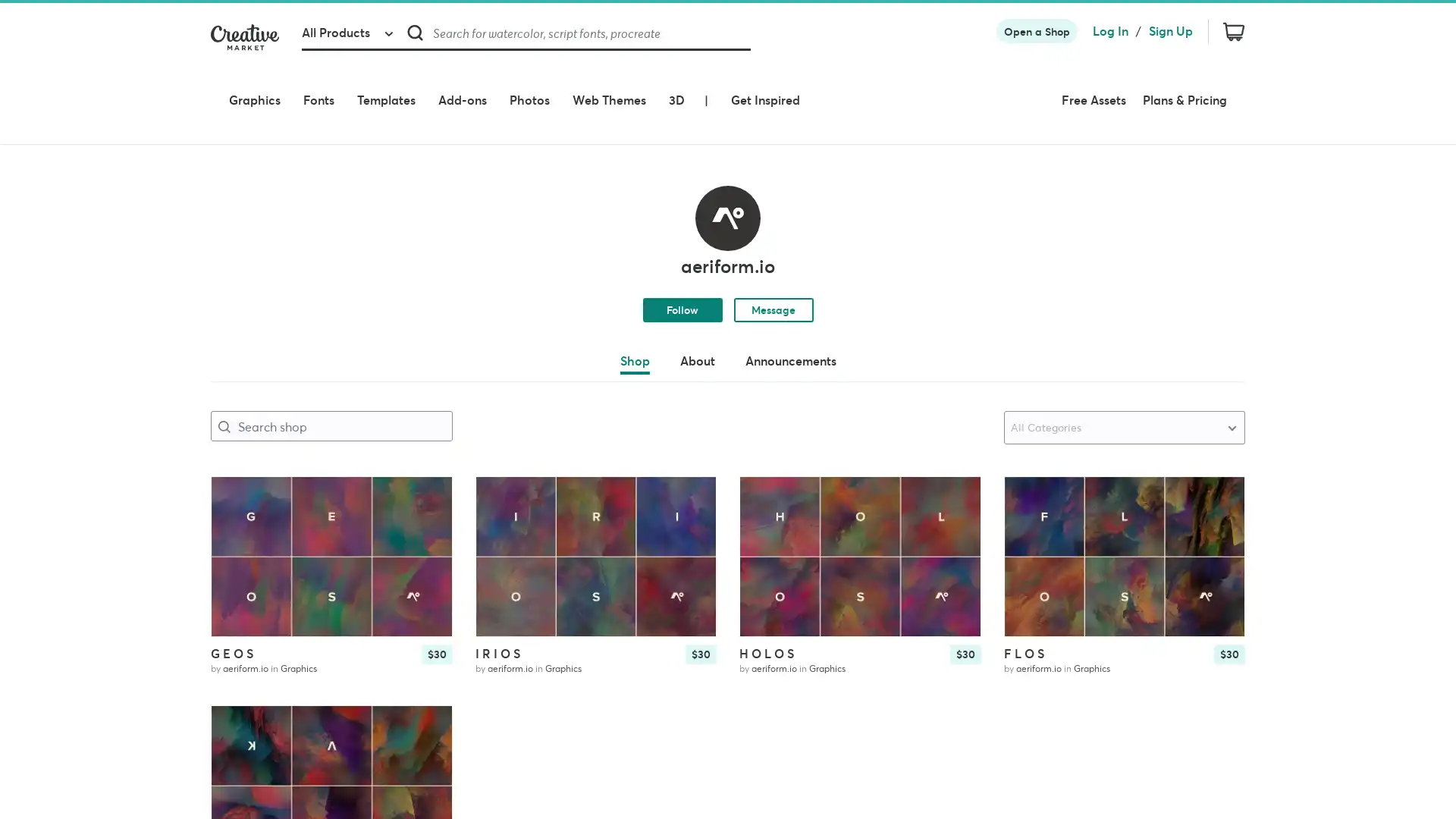 The height and width of the screenshot is (819, 1456). Describe the element at coordinates (1220, 469) in the screenshot. I see `Save` at that location.